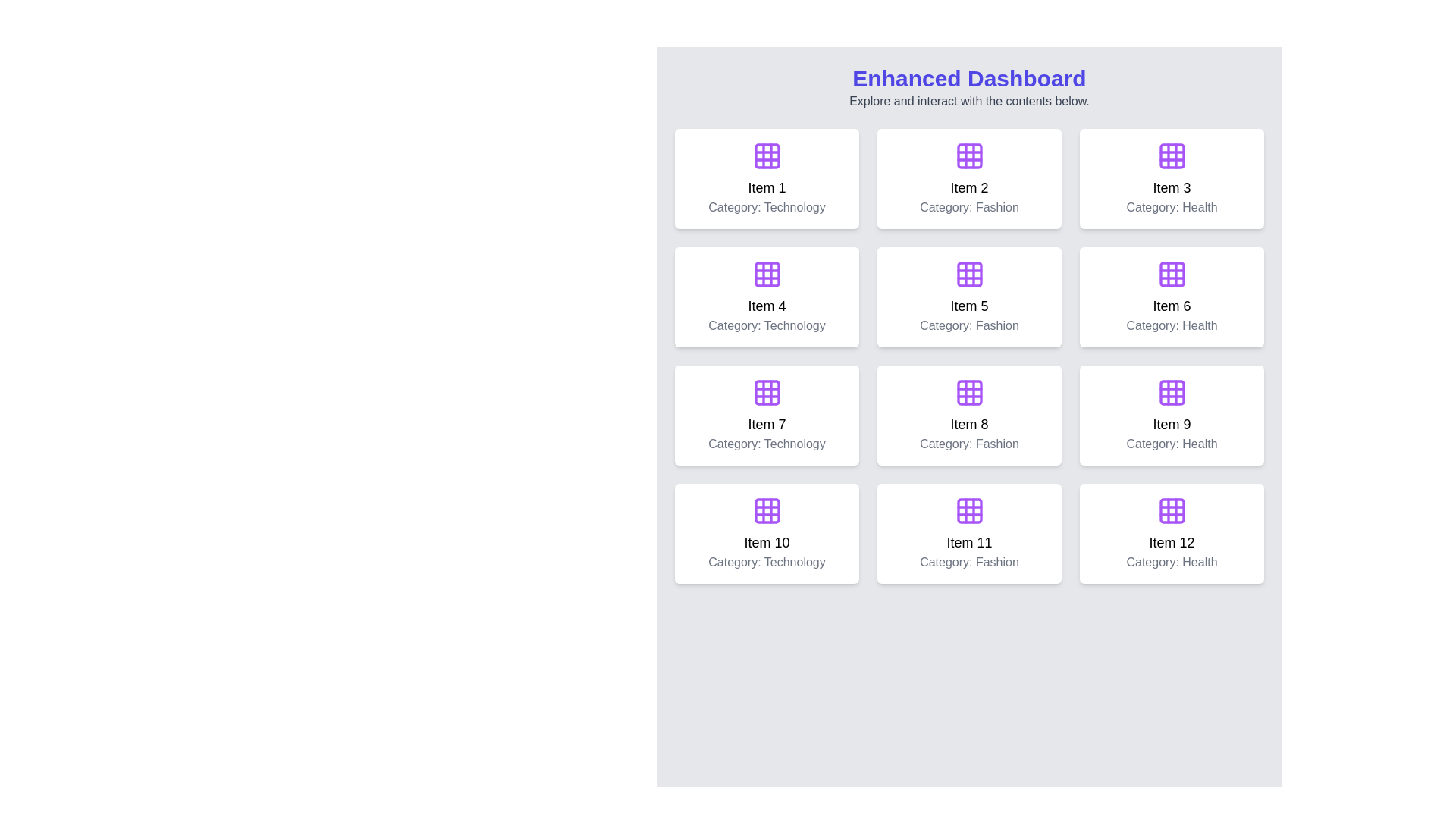  Describe the element at coordinates (767, 562) in the screenshot. I see `the text label displaying 'Category: Technology', which is styled in gray and located at the bottom center of the card for 'Item 10'` at that location.